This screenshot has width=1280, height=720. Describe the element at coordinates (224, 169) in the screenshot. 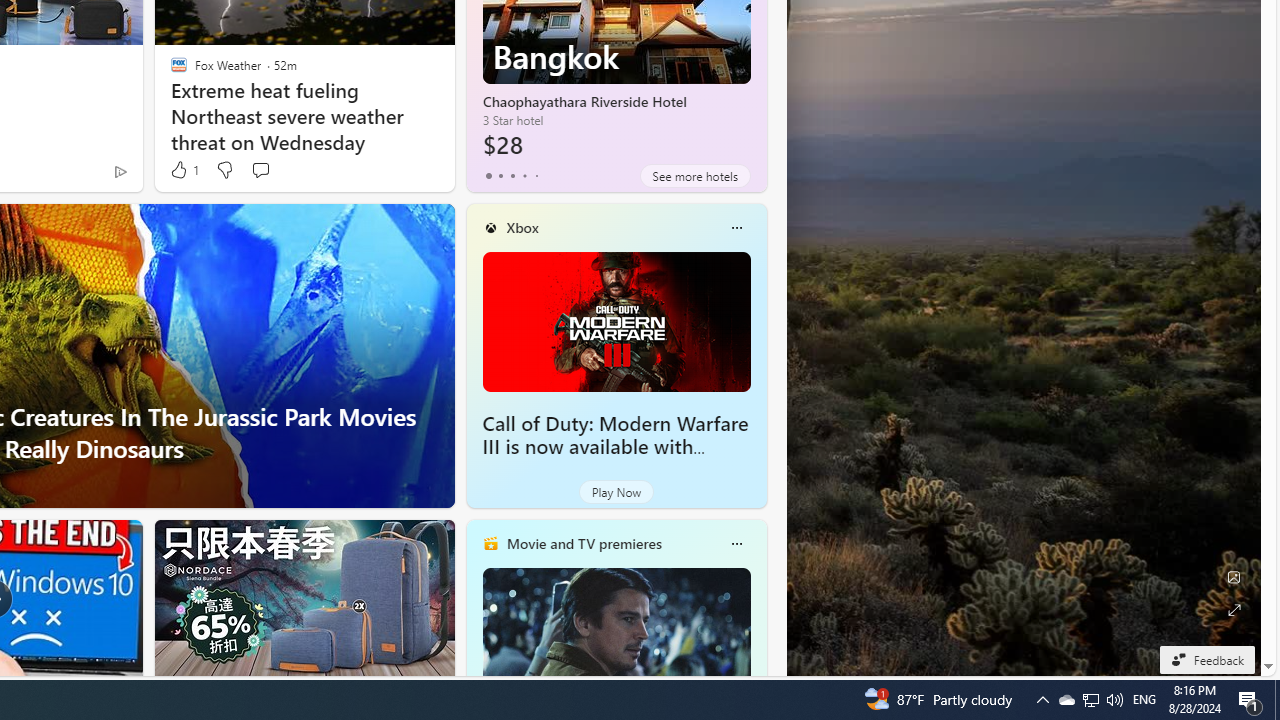

I see `'Dislike'` at that location.